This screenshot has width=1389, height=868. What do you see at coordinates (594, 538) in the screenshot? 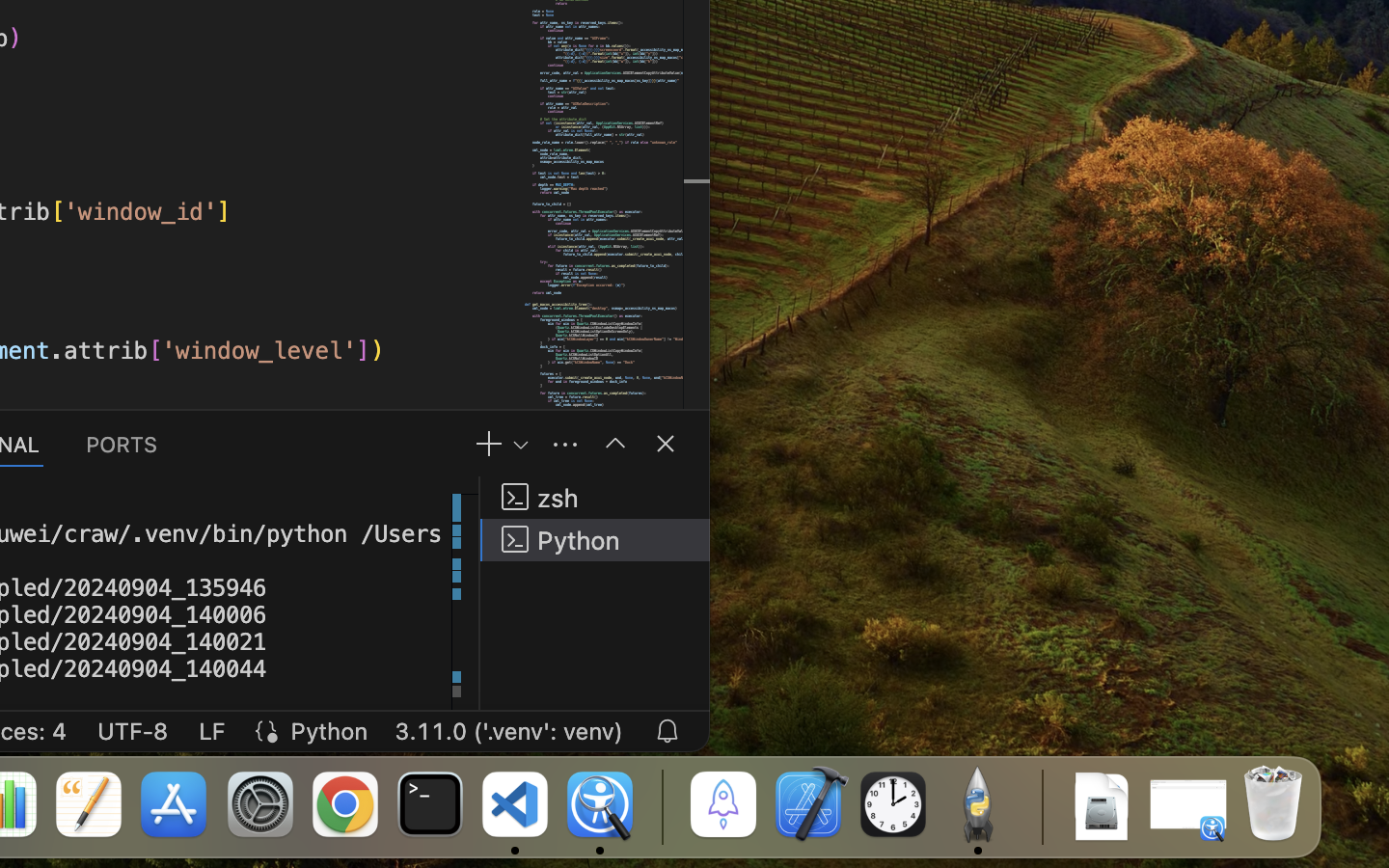
I see `'Python '` at bounding box center [594, 538].